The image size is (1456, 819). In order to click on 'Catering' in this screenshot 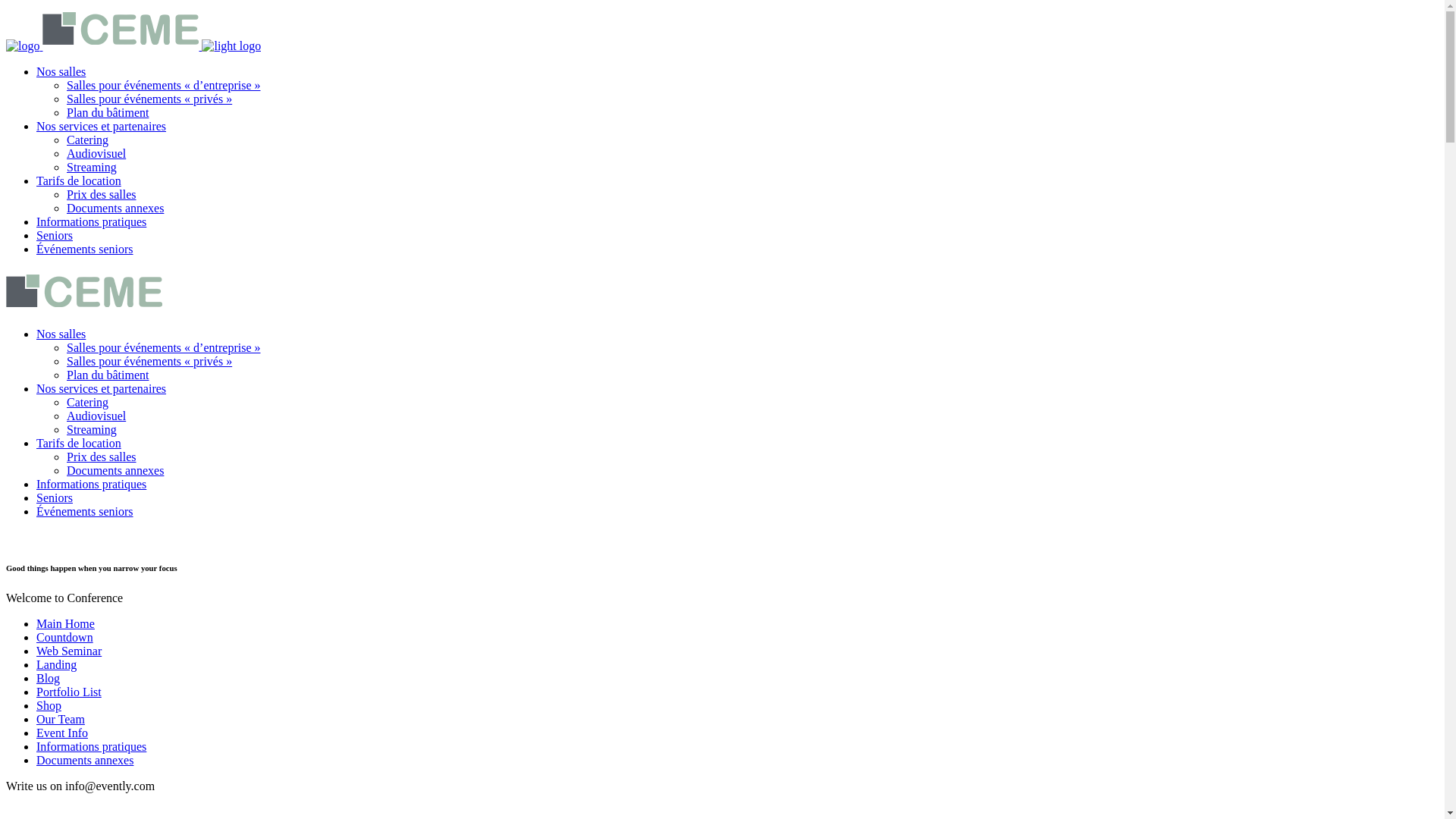, I will do `click(86, 140)`.